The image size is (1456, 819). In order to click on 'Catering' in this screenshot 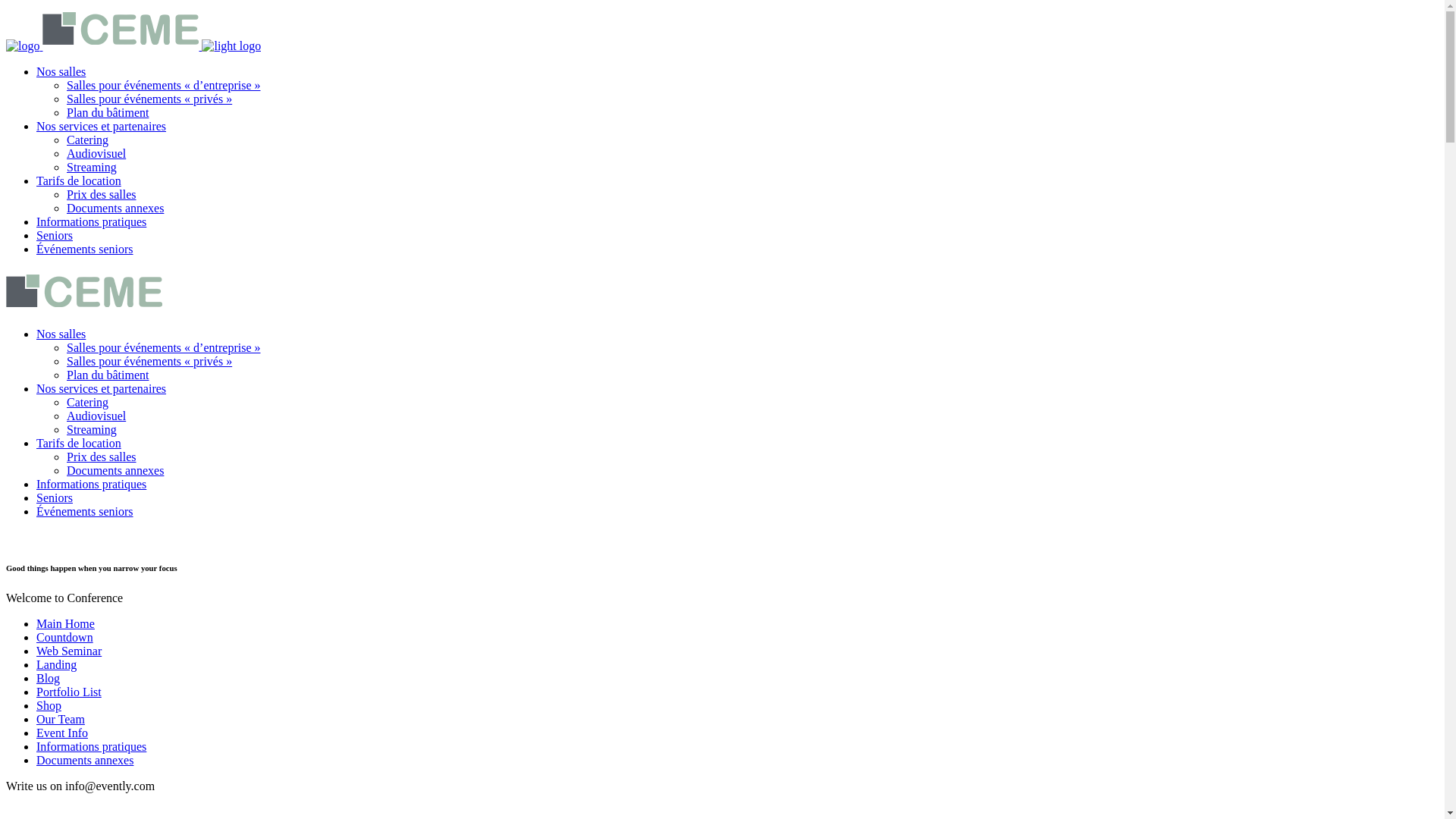, I will do `click(86, 140)`.